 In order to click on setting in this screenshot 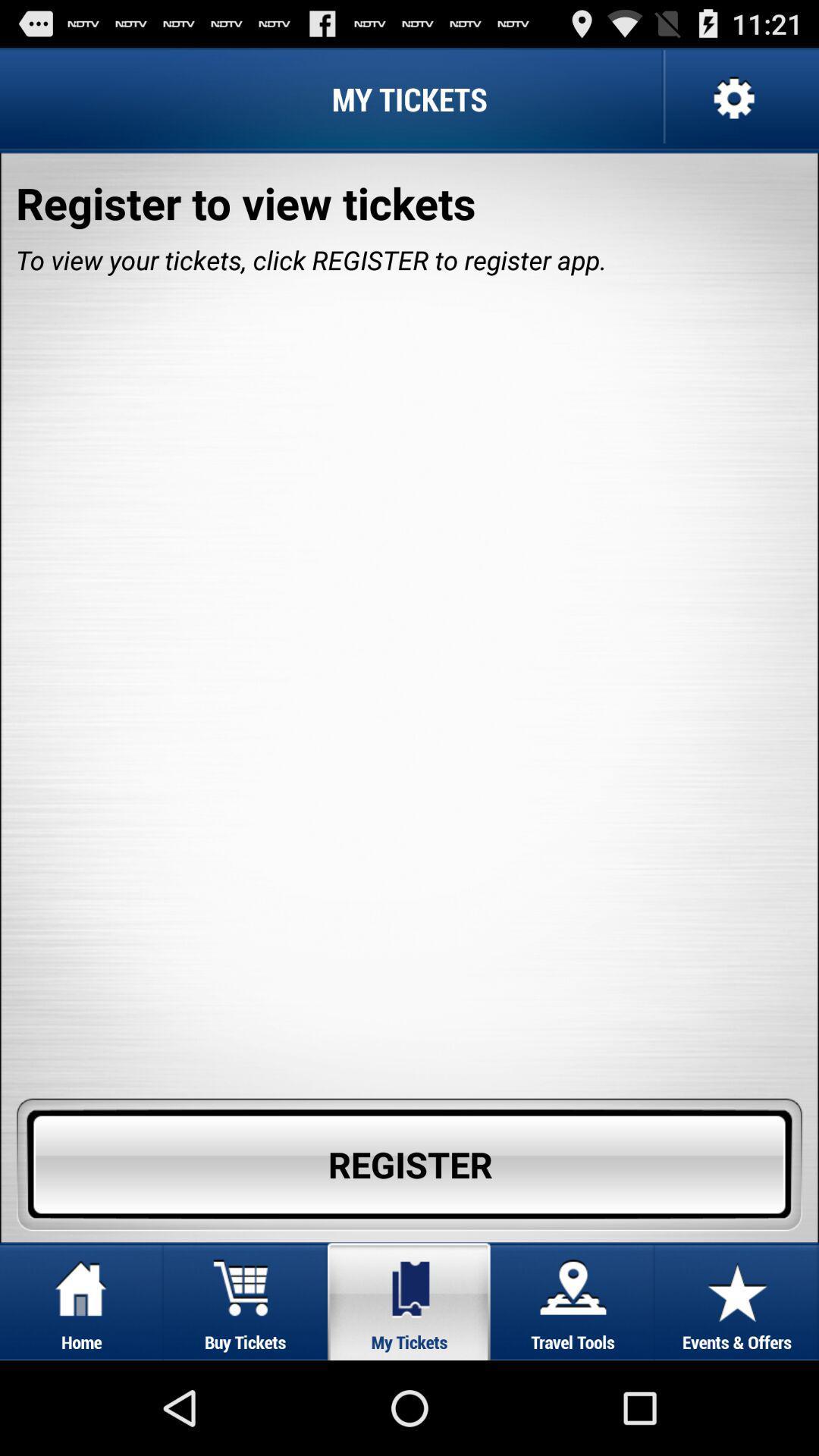, I will do `click(731, 98)`.